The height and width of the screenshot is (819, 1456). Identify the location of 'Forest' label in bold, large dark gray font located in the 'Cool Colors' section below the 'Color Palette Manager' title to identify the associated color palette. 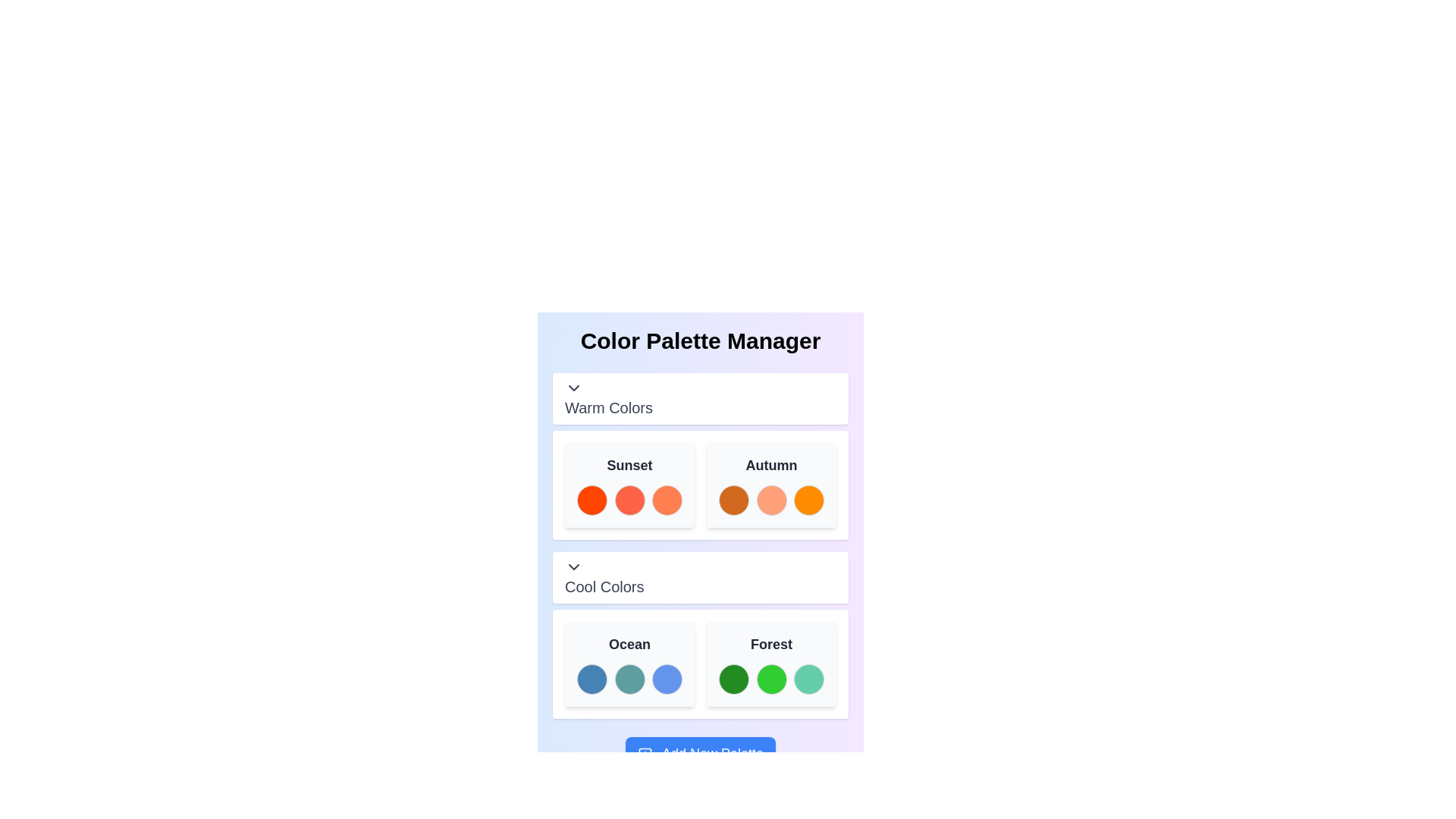
(771, 644).